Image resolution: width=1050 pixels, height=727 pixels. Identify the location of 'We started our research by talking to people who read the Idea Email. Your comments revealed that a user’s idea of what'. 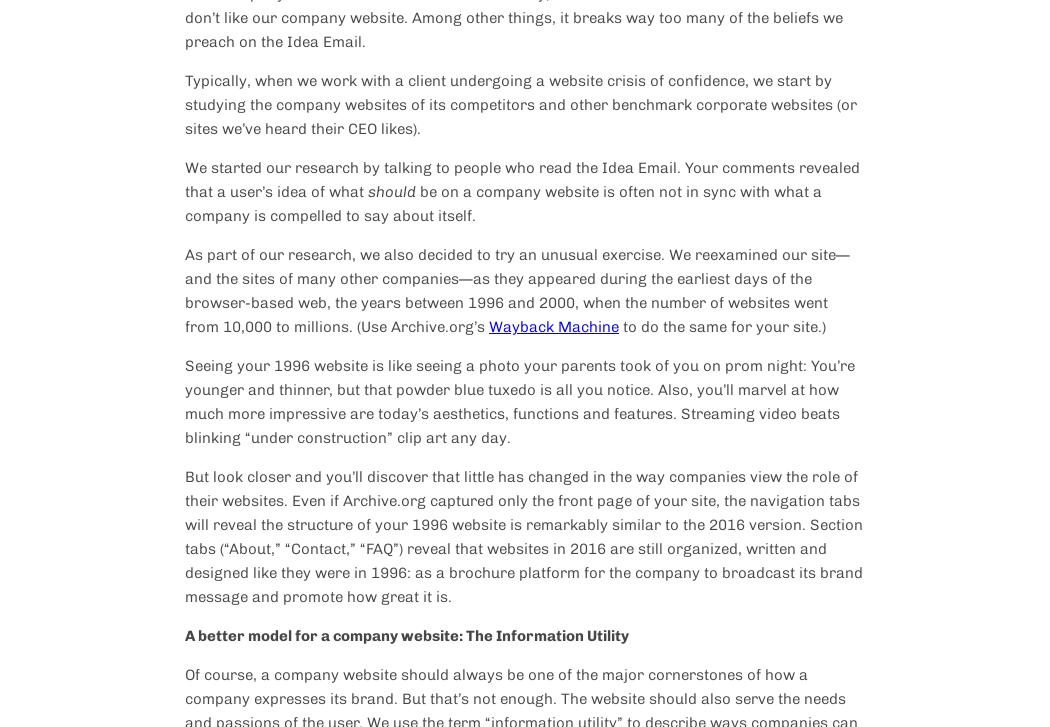
(521, 180).